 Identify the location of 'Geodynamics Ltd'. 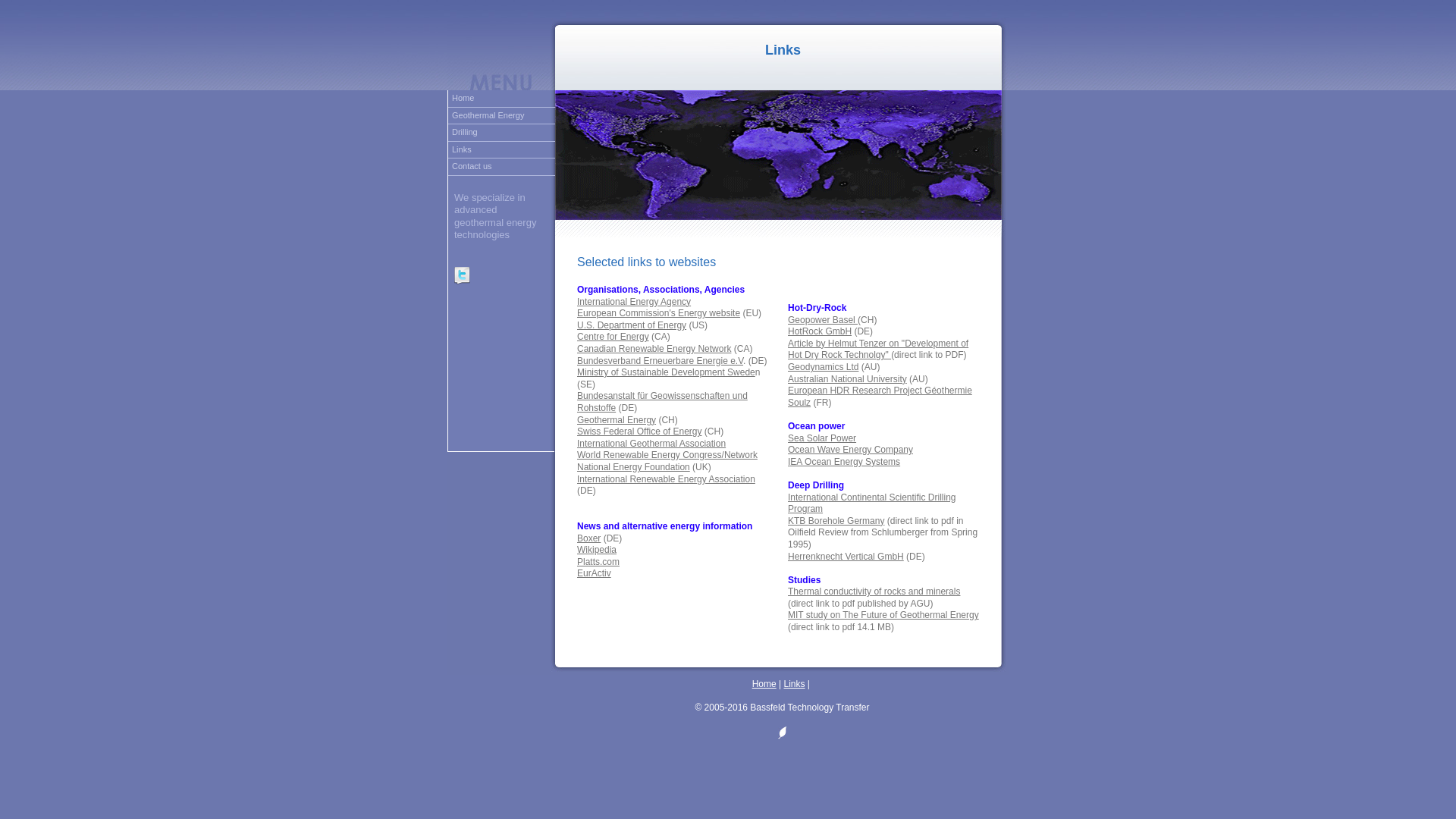
(822, 366).